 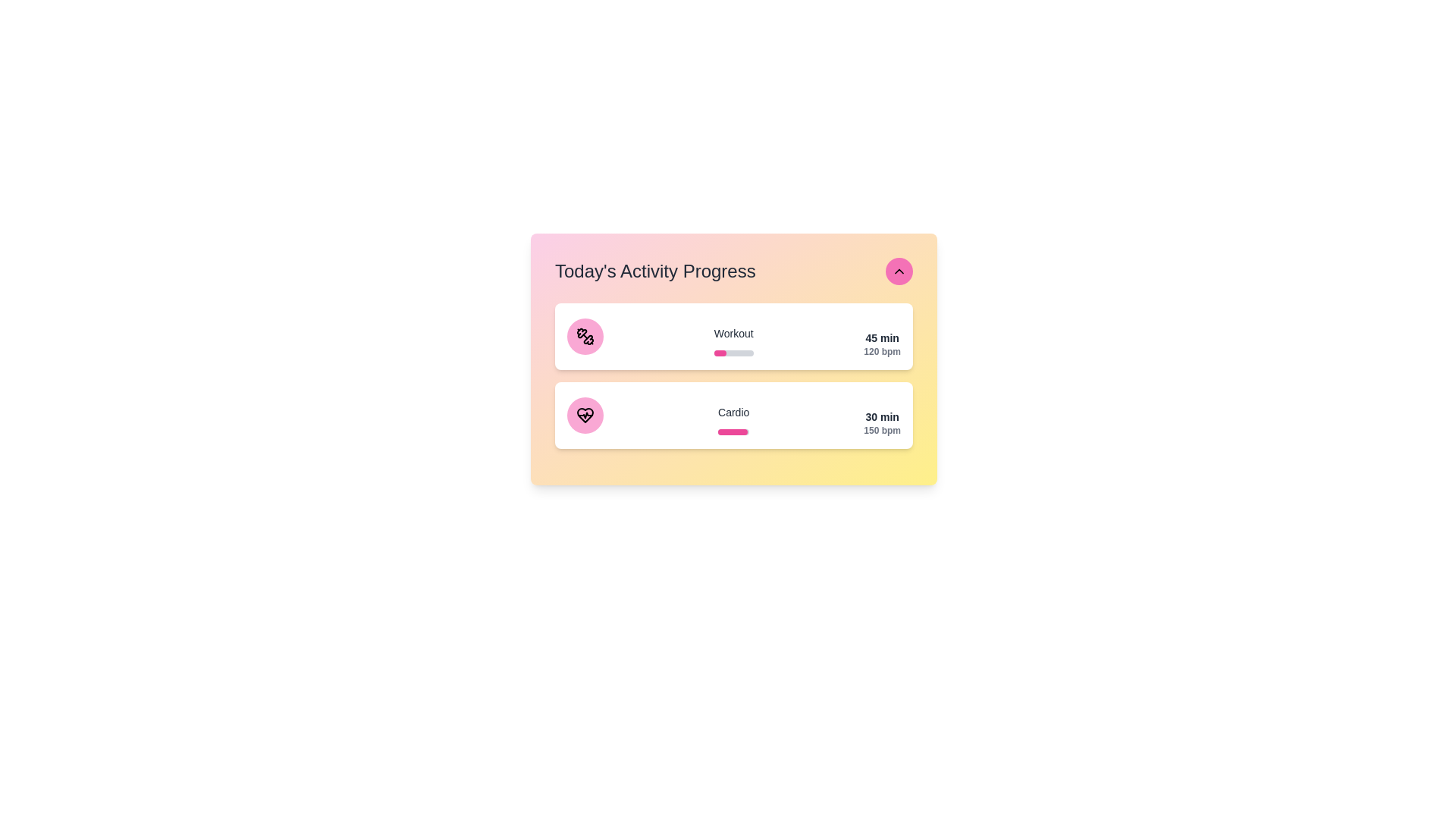 What do you see at coordinates (734, 415) in the screenshot?
I see `the 'Cardio' activity session card, which is the second card in the list of two cards under the 'Today's Activity Progress' panel` at bounding box center [734, 415].